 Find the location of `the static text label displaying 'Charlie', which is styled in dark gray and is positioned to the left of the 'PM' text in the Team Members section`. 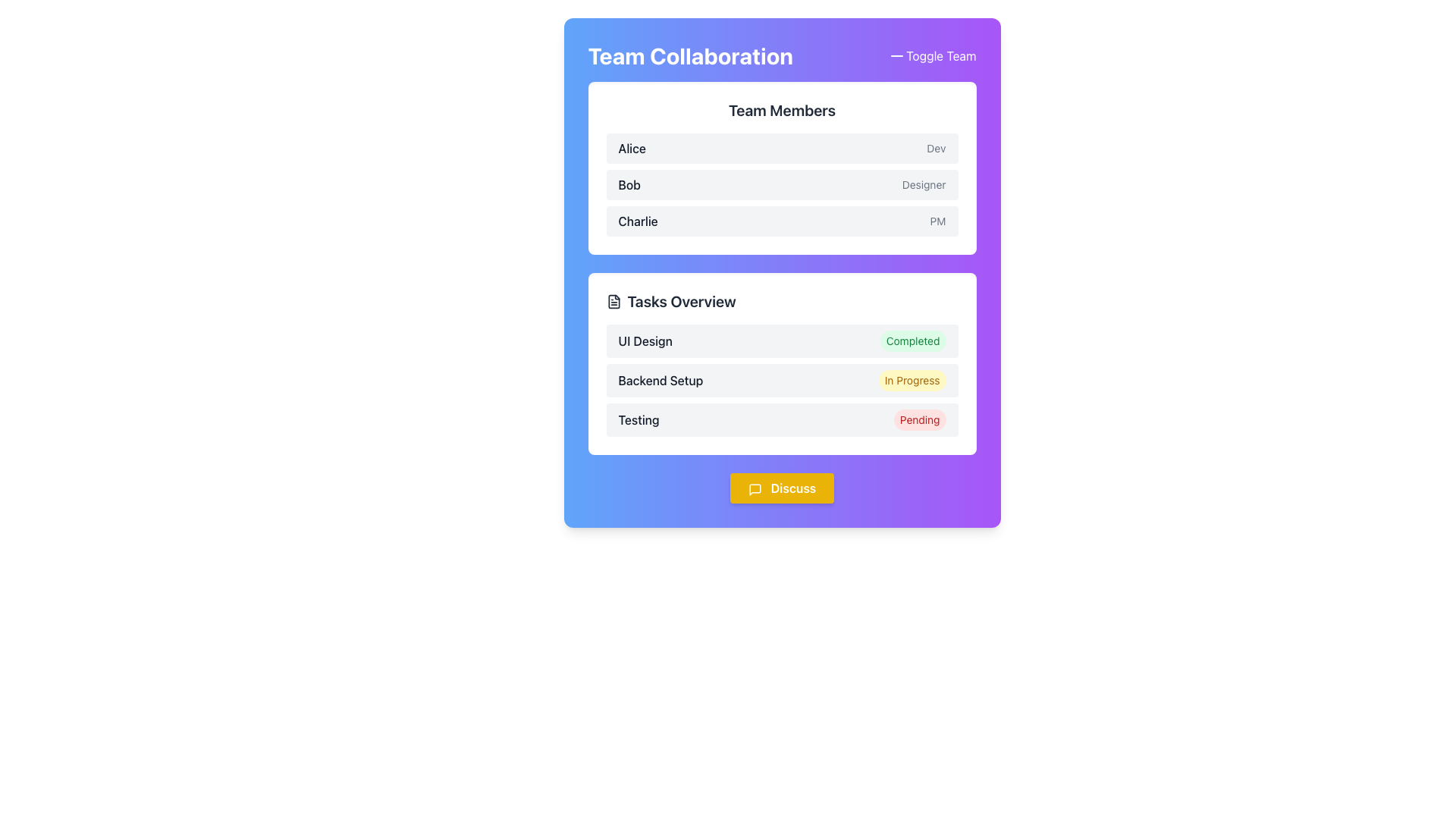

the static text label displaying 'Charlie', which is styled in dark gray and is positioned to the left of the 'PM' text in the Team Members section is located at coordinates (638, 221).